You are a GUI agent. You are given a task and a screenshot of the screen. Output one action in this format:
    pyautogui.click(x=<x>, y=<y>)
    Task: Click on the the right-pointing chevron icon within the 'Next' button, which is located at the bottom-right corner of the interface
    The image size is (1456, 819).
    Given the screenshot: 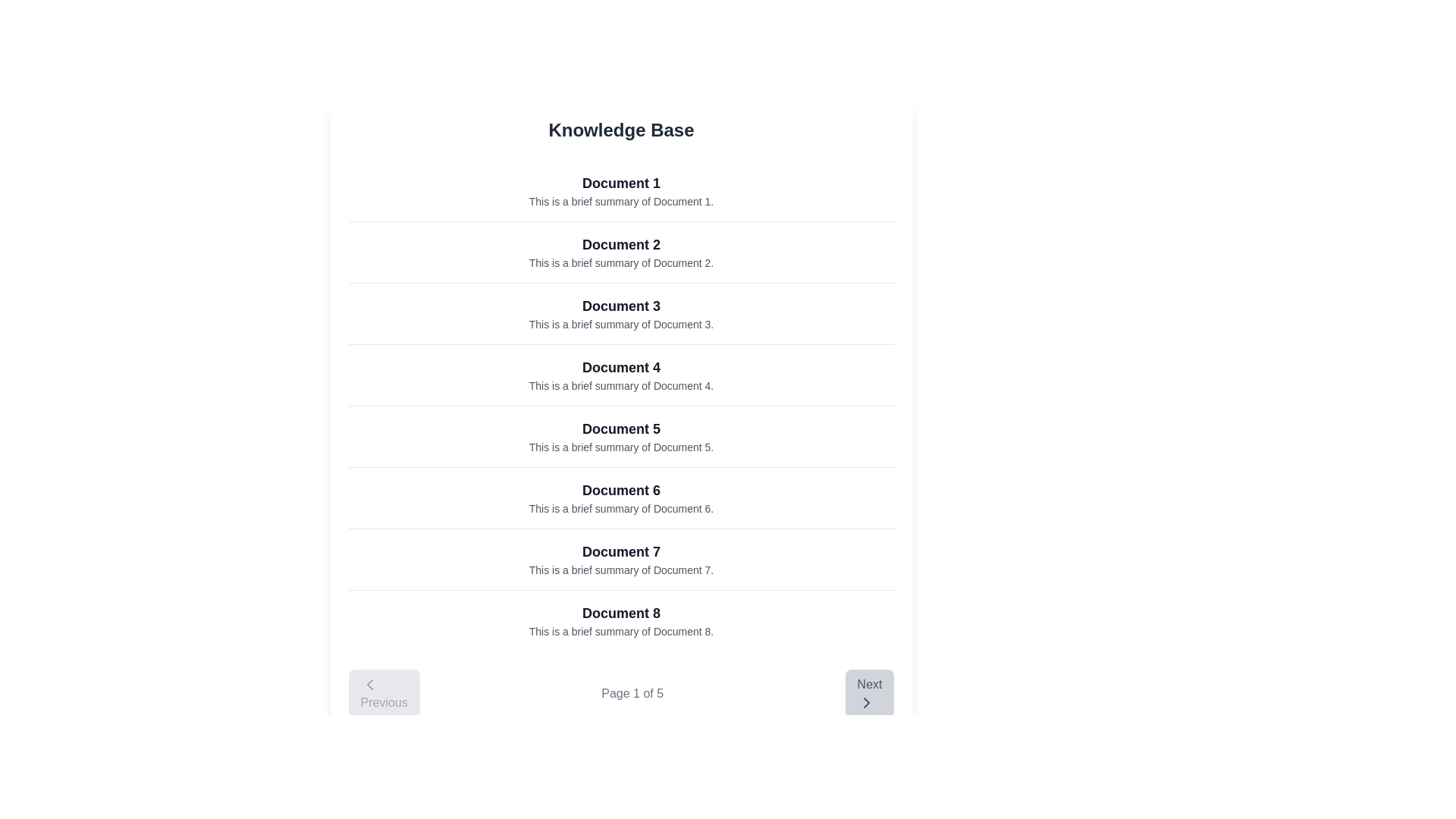 What is the action you would take?
    pyautogui.click(x=866, y=702)
    